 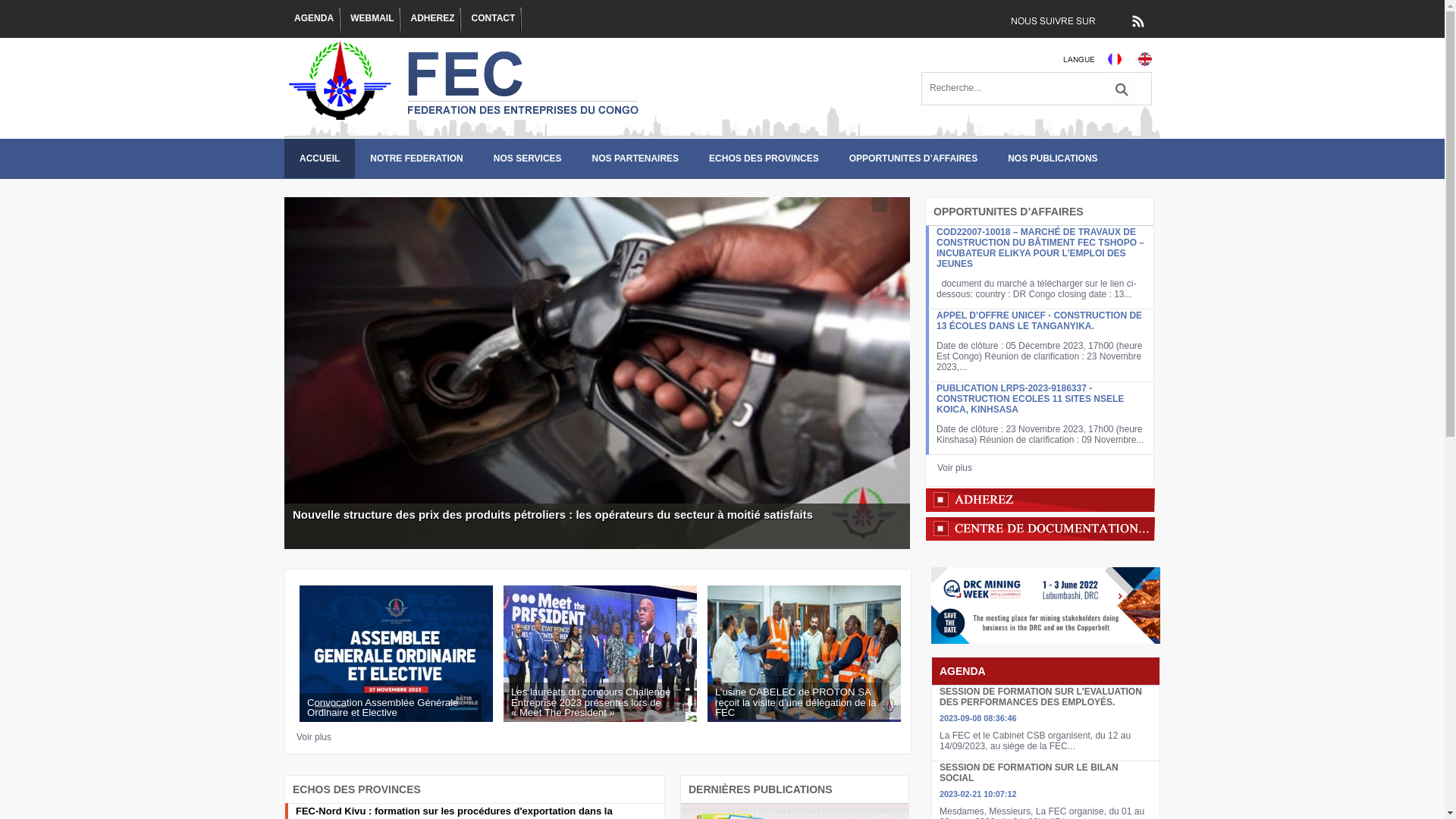 I want to click on 'RSS', so click(x=1137, y=20).